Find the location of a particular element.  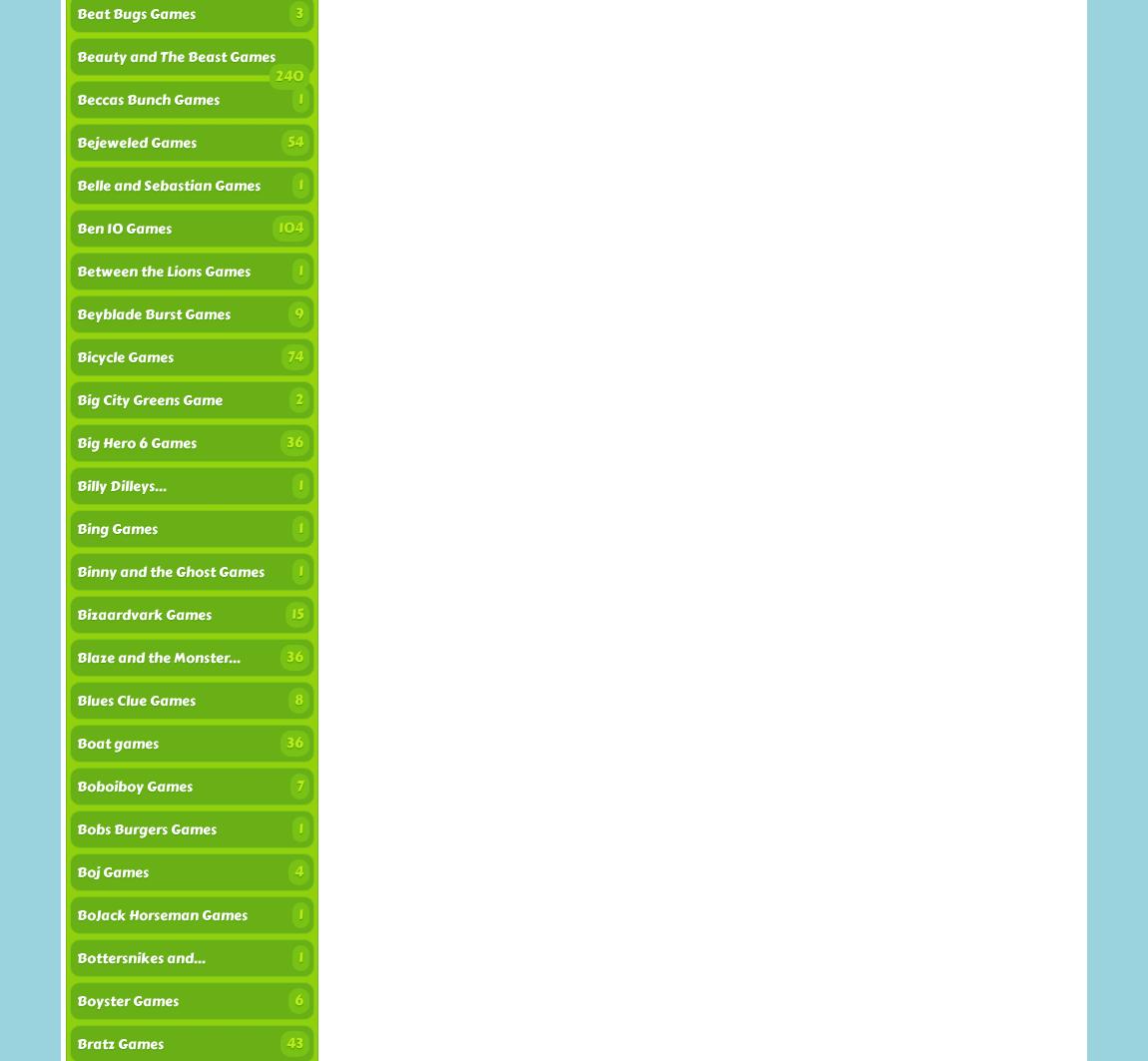

'Bizaardvark Games' is located at coordinates (143, 614).